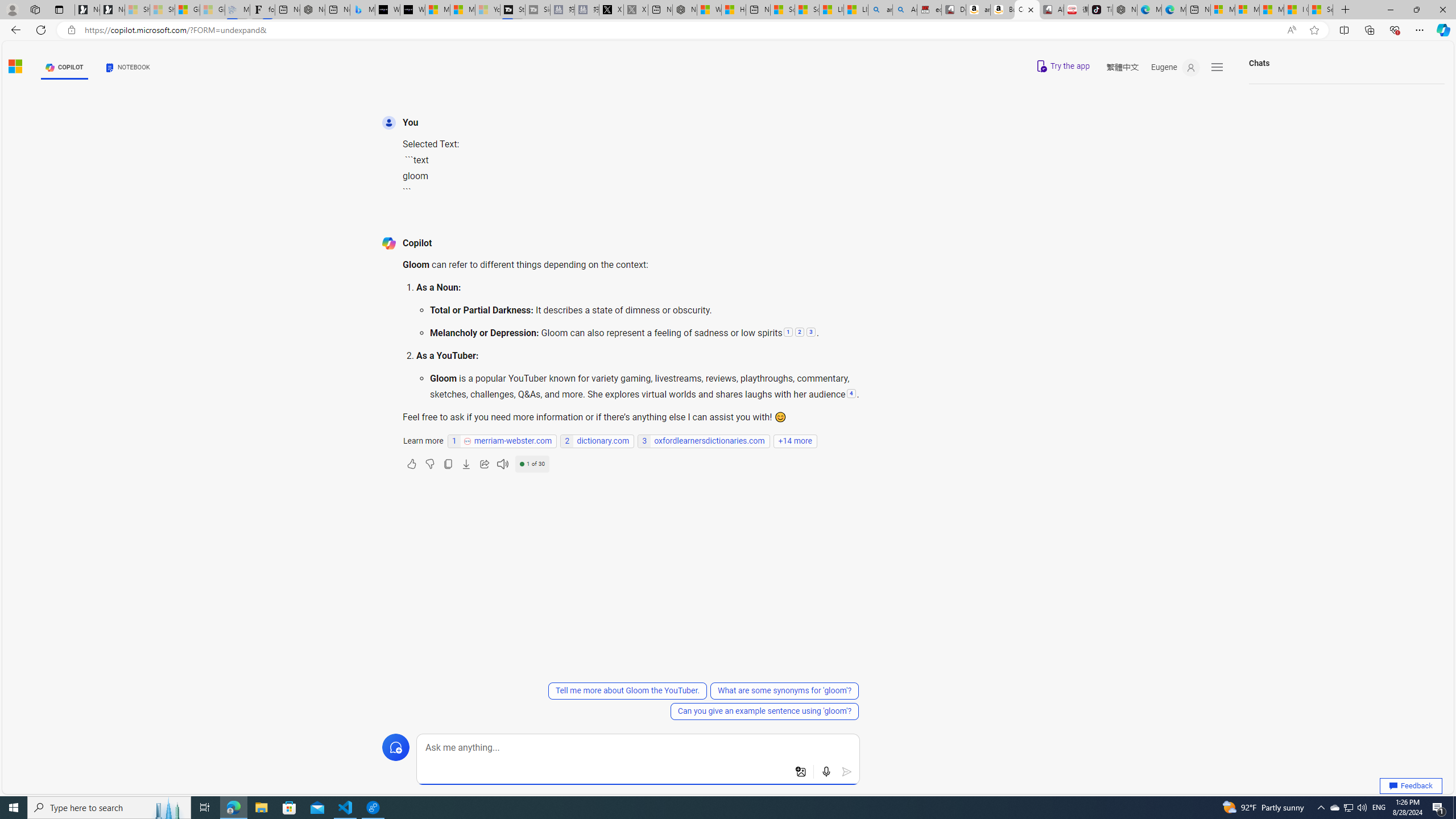 The height and width of the screenshot is (819, 1456). I want to click on 'Microsoft Bing Travel - Shangri-La Hotel Bangkok', so click(362, 9).